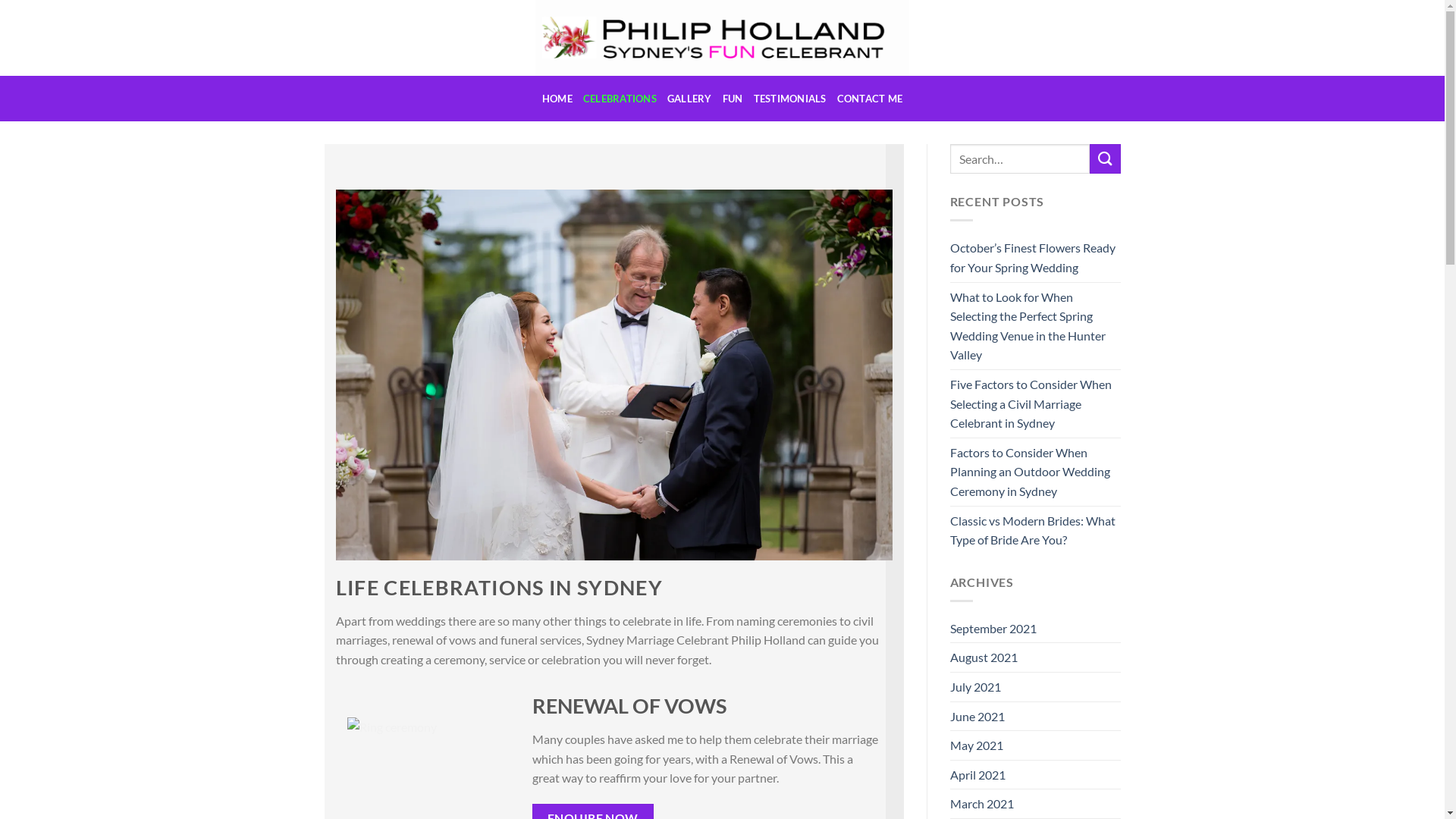  Describe the element at coordinates (733, 99) in the screenshot. I see `'FUN'` at that location.